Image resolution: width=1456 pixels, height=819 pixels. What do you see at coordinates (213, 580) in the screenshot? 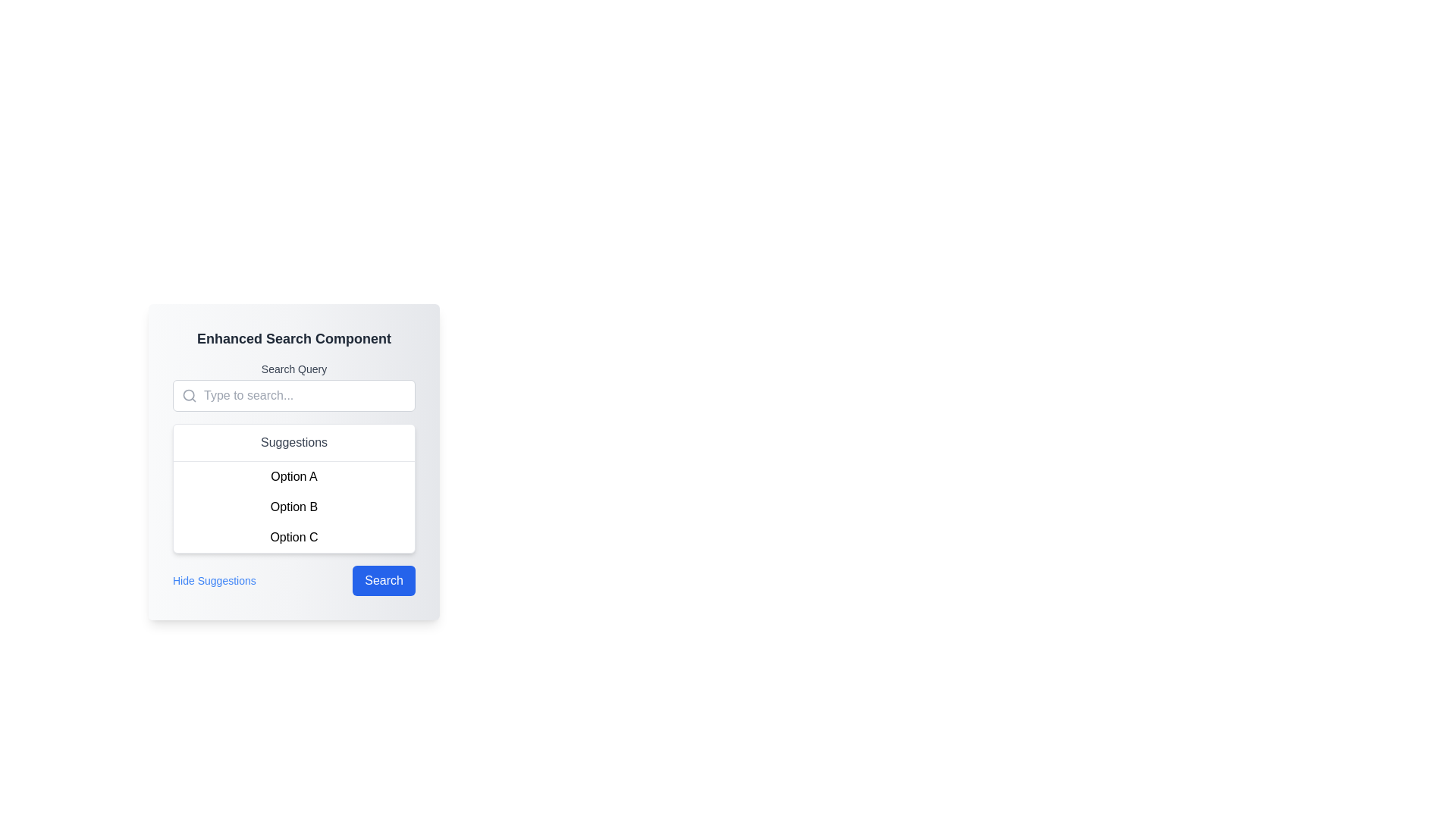
I see `the 'Hide Suggestions' button, which is styled with blue text and changes appearance when hovered, located on the left side of the horizontal layout below the 'Suggestions' section` at bounding box center [213, 580].